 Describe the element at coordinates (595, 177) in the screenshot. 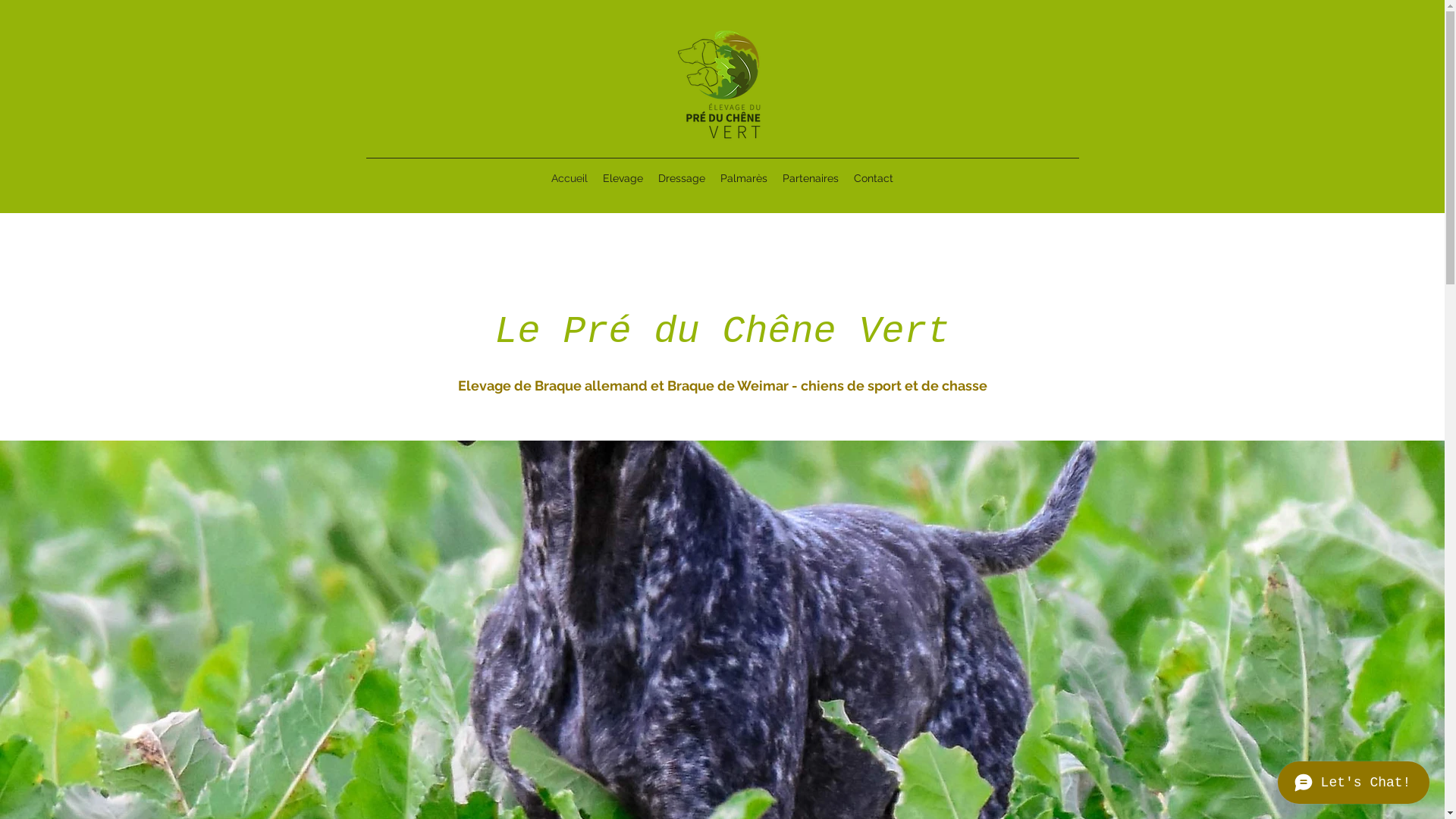

I see `'Elevage'` at that location.